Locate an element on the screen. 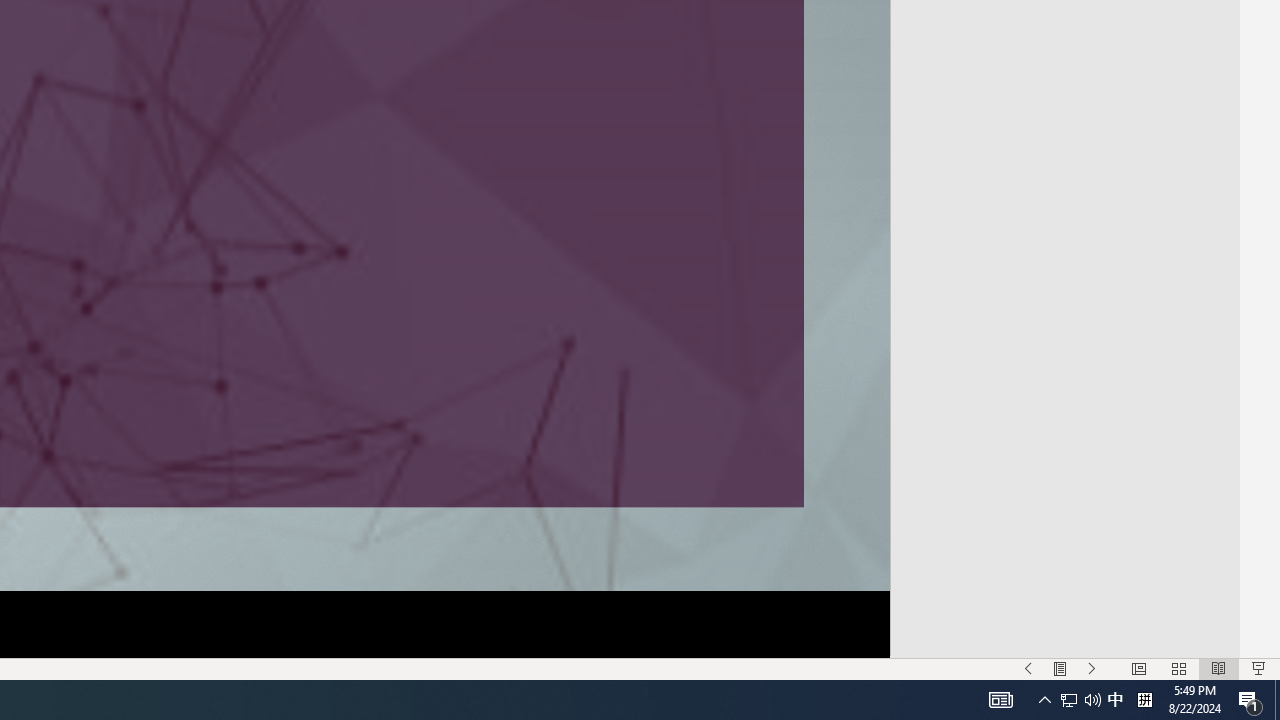  'Slide Show Next On' is located at coordinates (1091, 669).